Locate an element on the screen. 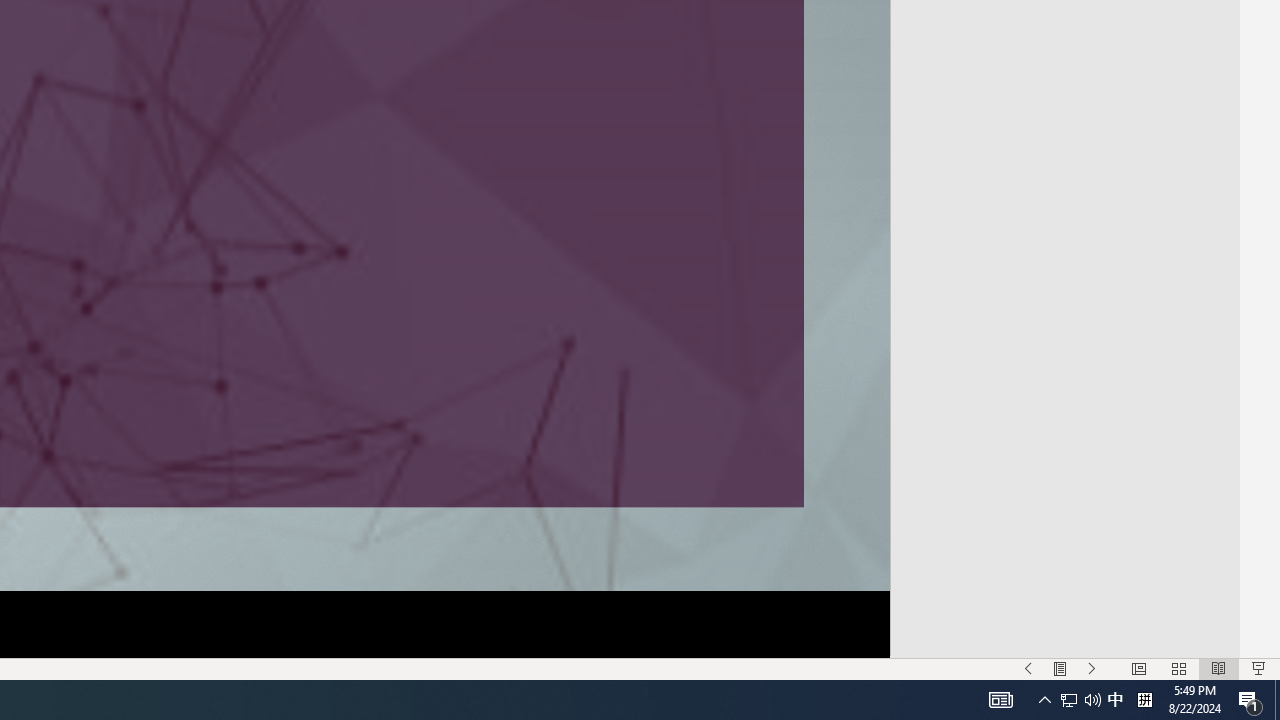  'Slide Show Next On' is located at coordinates (1091, 669).